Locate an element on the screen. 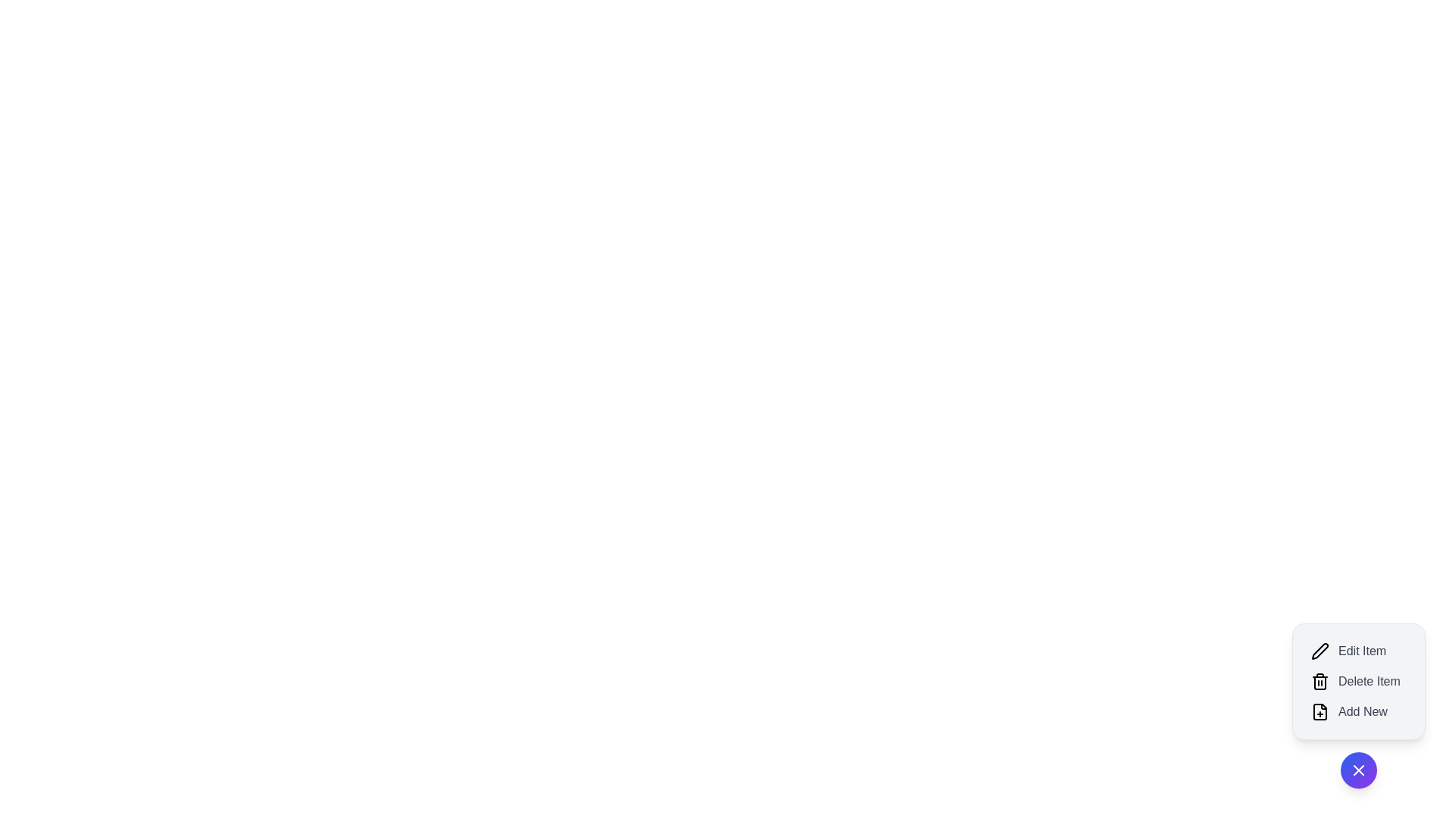 The width and height of the screenshot is (1456, 819). the 'Delete Item' button is located at coordinates (1358, 680).